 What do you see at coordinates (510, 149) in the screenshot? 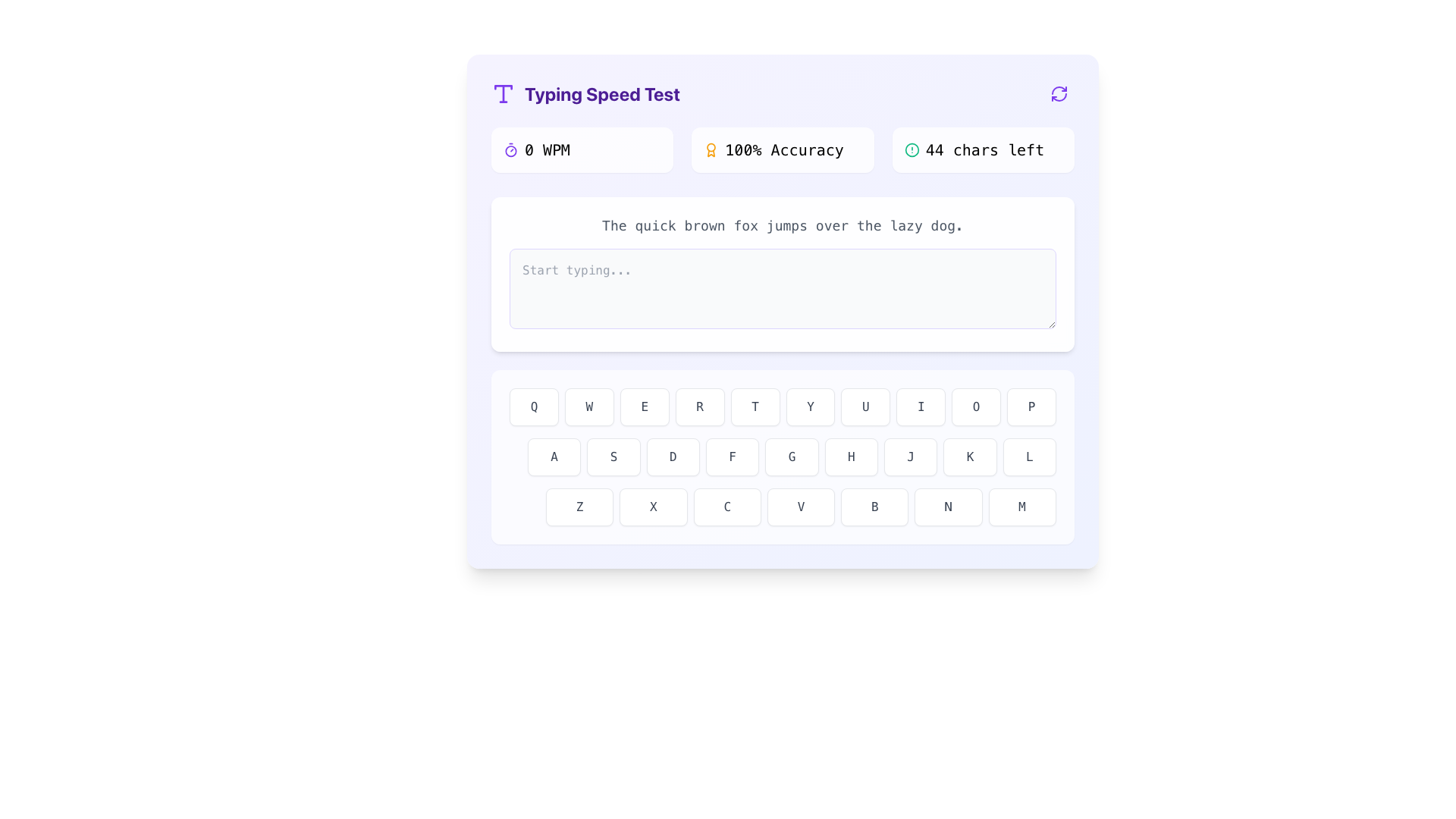
I see `the timer icon representing the WPM measurement functionality, located at the left end of the group adjacent to the '0 WPM' label` at bounding box center [510, 149].